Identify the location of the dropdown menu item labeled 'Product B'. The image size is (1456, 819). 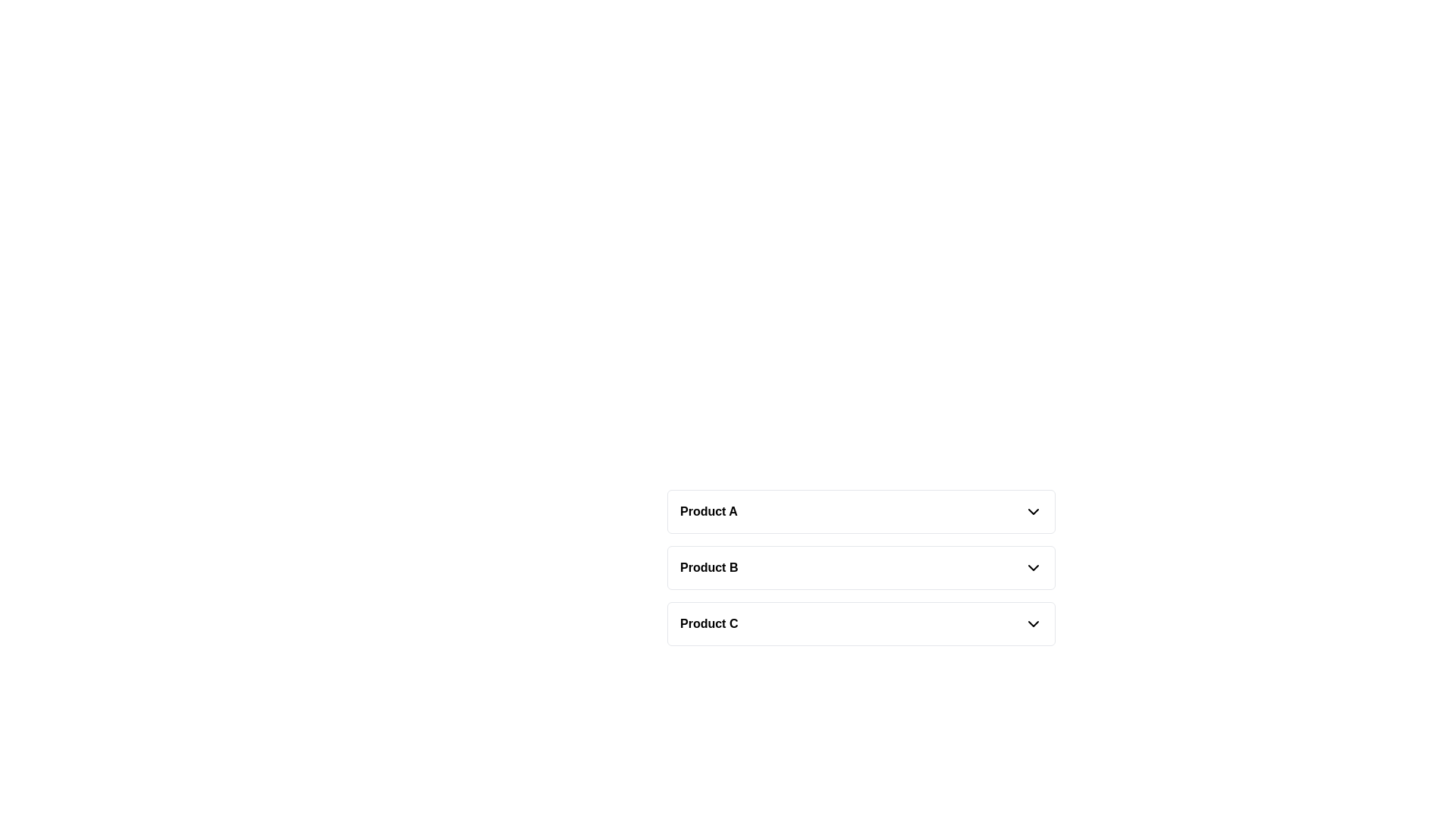
(861, 567).